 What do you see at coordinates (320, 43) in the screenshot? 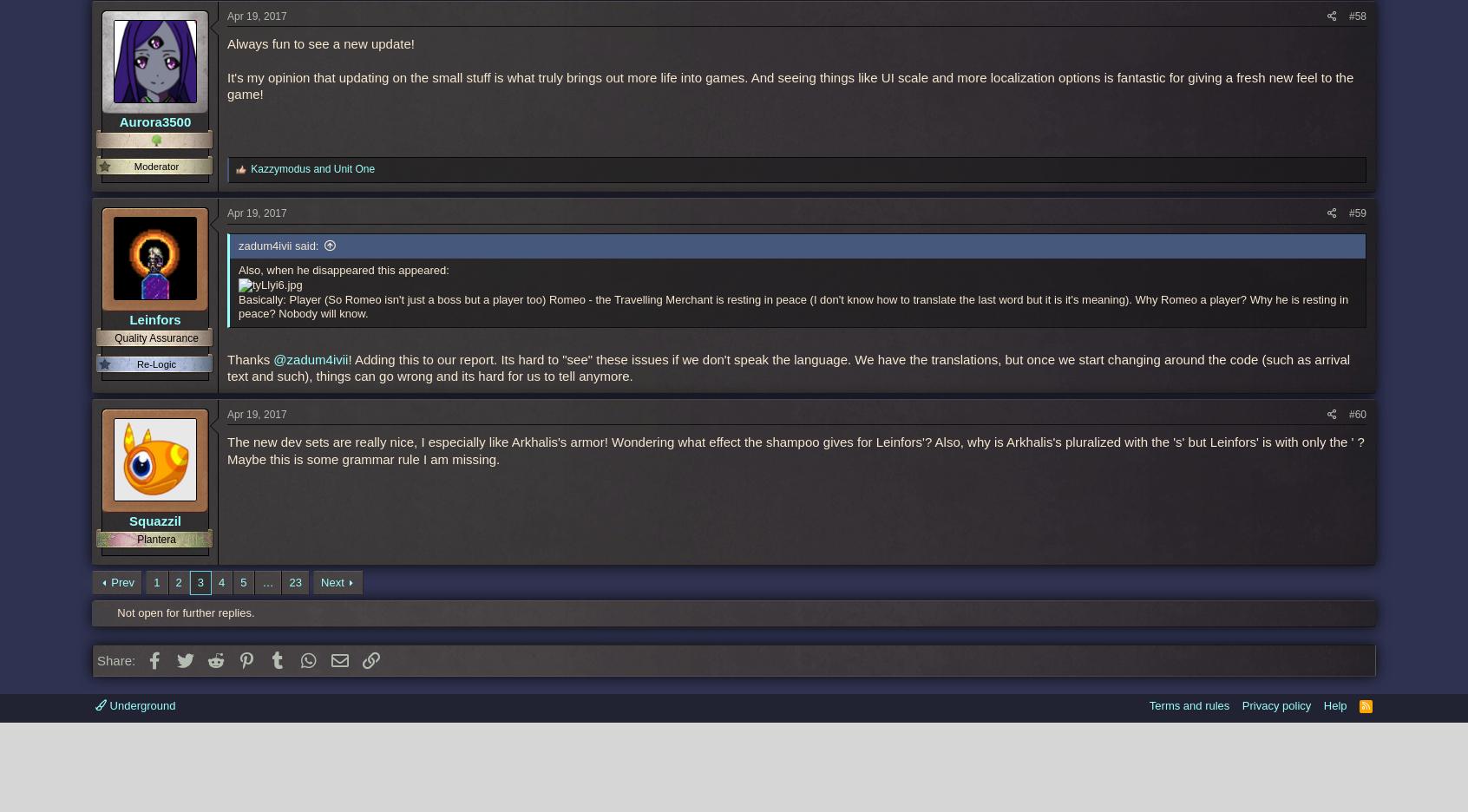
I see `'Always fun to see a new update!'` at bounding box center [320, 43].